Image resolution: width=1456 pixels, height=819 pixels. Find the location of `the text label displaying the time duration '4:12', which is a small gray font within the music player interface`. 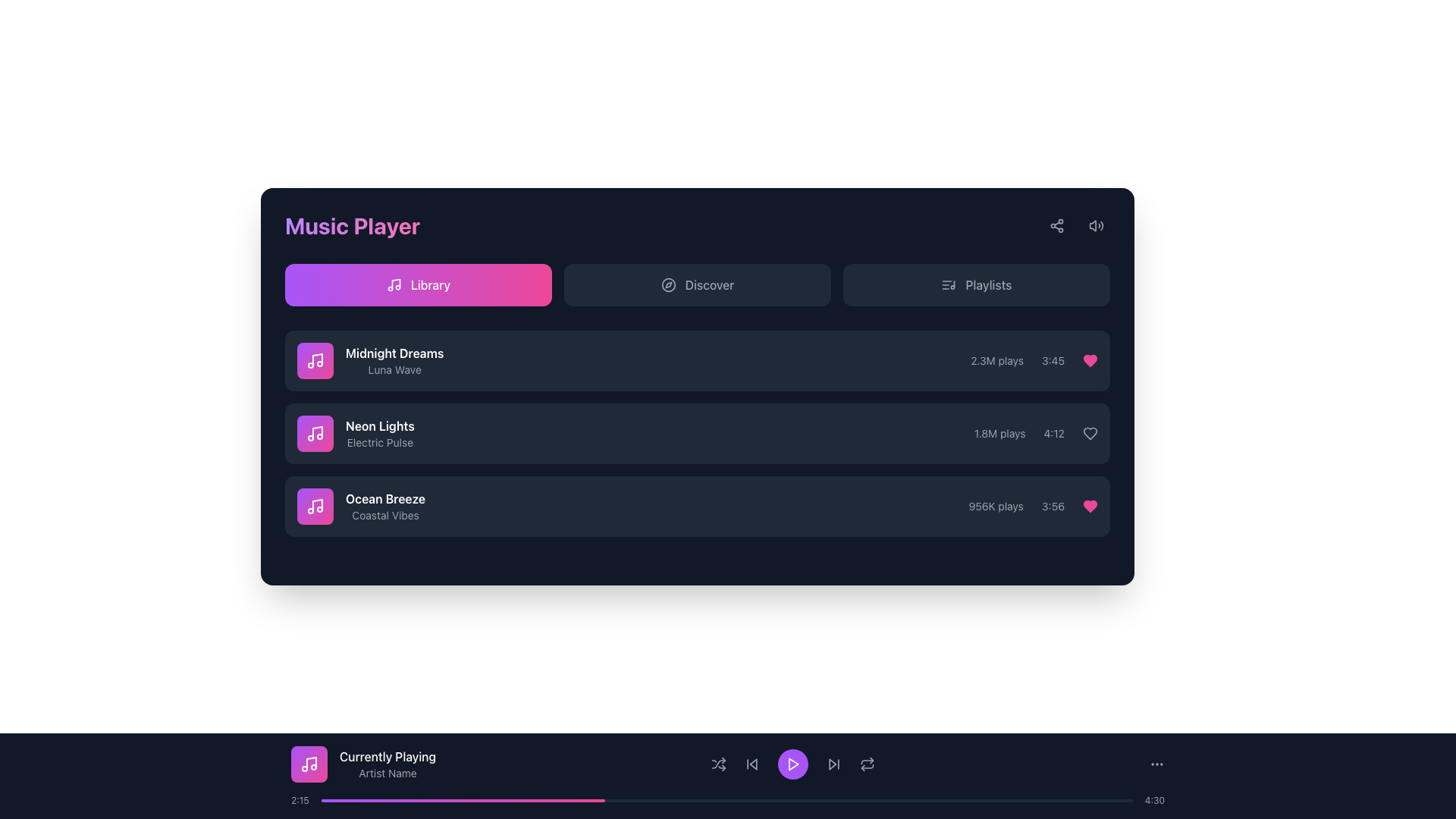

the text label displaying the time duration '4:12', which is a small gray font within the music player interface is located at coordinates (1053, 433).